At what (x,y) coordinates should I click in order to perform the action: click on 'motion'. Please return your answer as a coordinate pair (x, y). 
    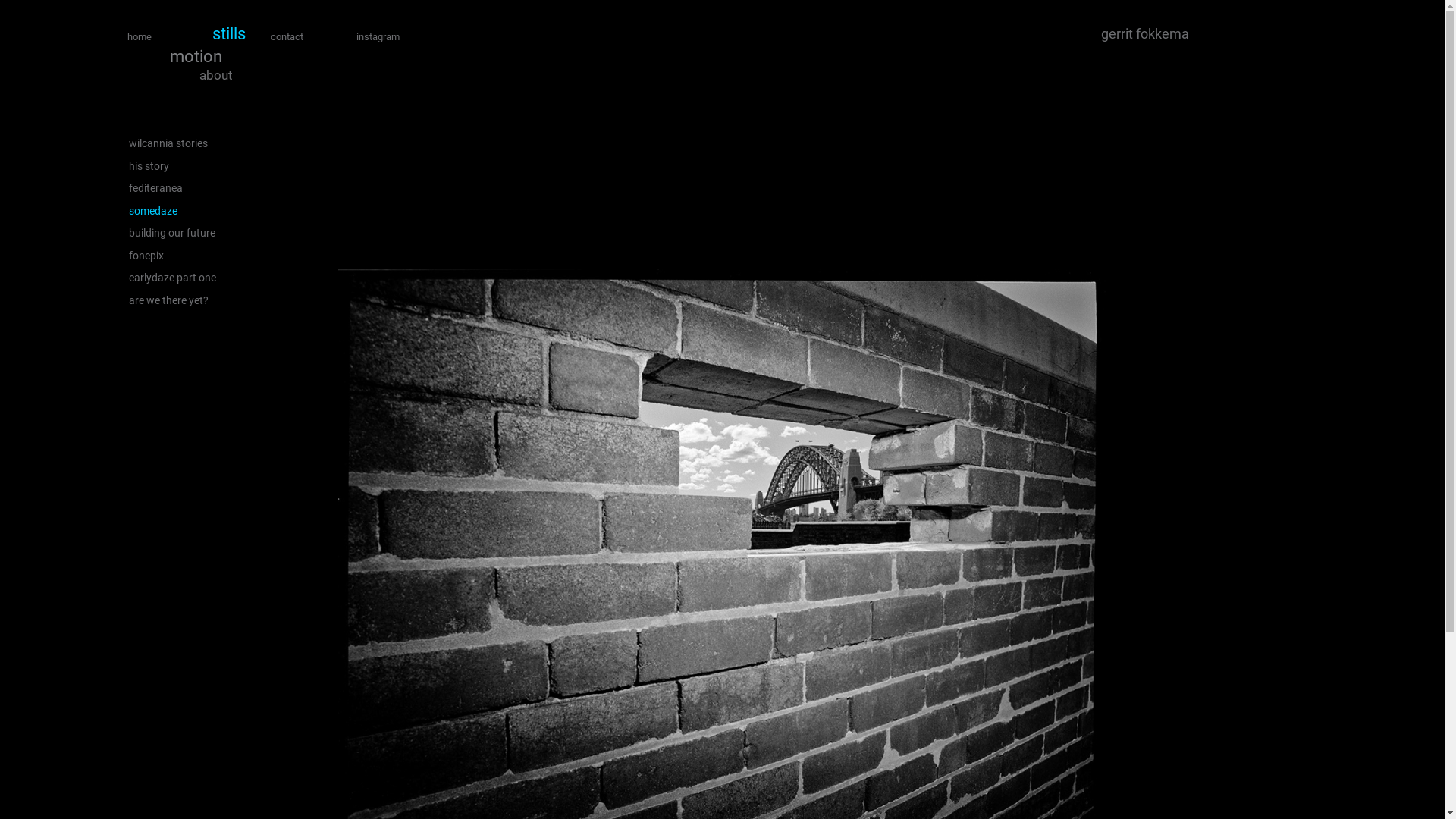
    Looking at the image, I should click on (195, 55).